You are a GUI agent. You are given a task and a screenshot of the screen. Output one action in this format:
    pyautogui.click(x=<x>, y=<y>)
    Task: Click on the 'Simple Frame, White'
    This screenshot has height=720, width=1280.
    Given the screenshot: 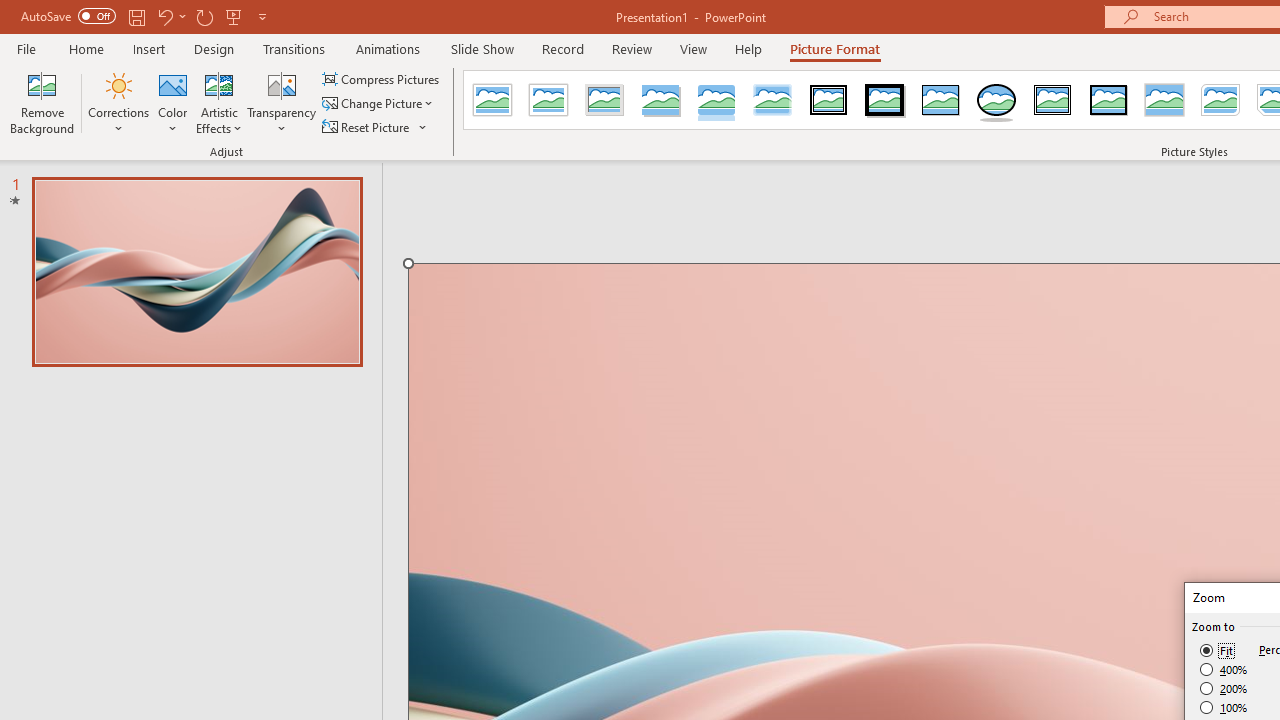 What is the action you would take?
    pyautogui.click(x=492, y=100)
    